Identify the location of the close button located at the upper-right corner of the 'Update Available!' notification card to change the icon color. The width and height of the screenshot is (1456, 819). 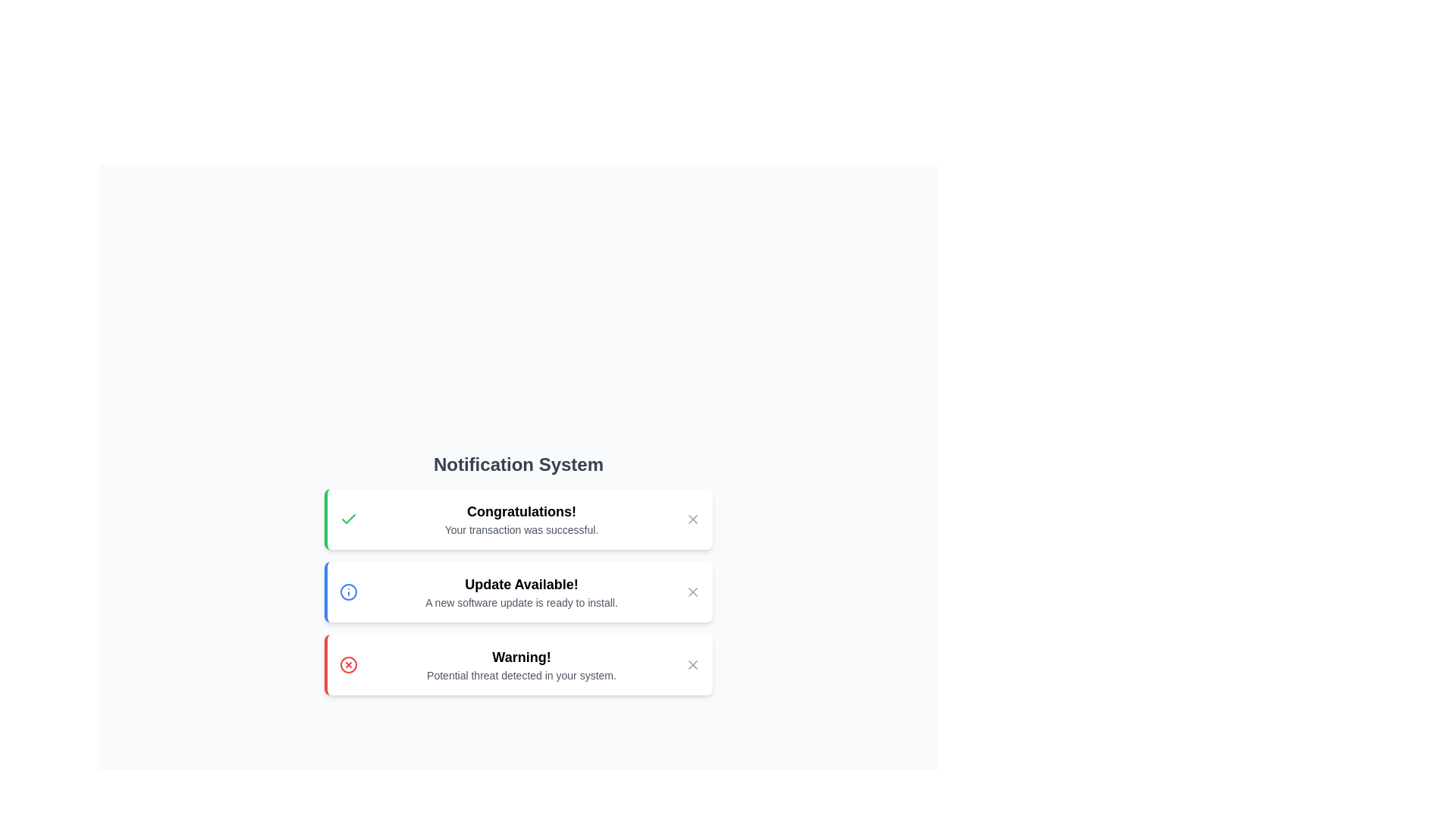
(692, 591).